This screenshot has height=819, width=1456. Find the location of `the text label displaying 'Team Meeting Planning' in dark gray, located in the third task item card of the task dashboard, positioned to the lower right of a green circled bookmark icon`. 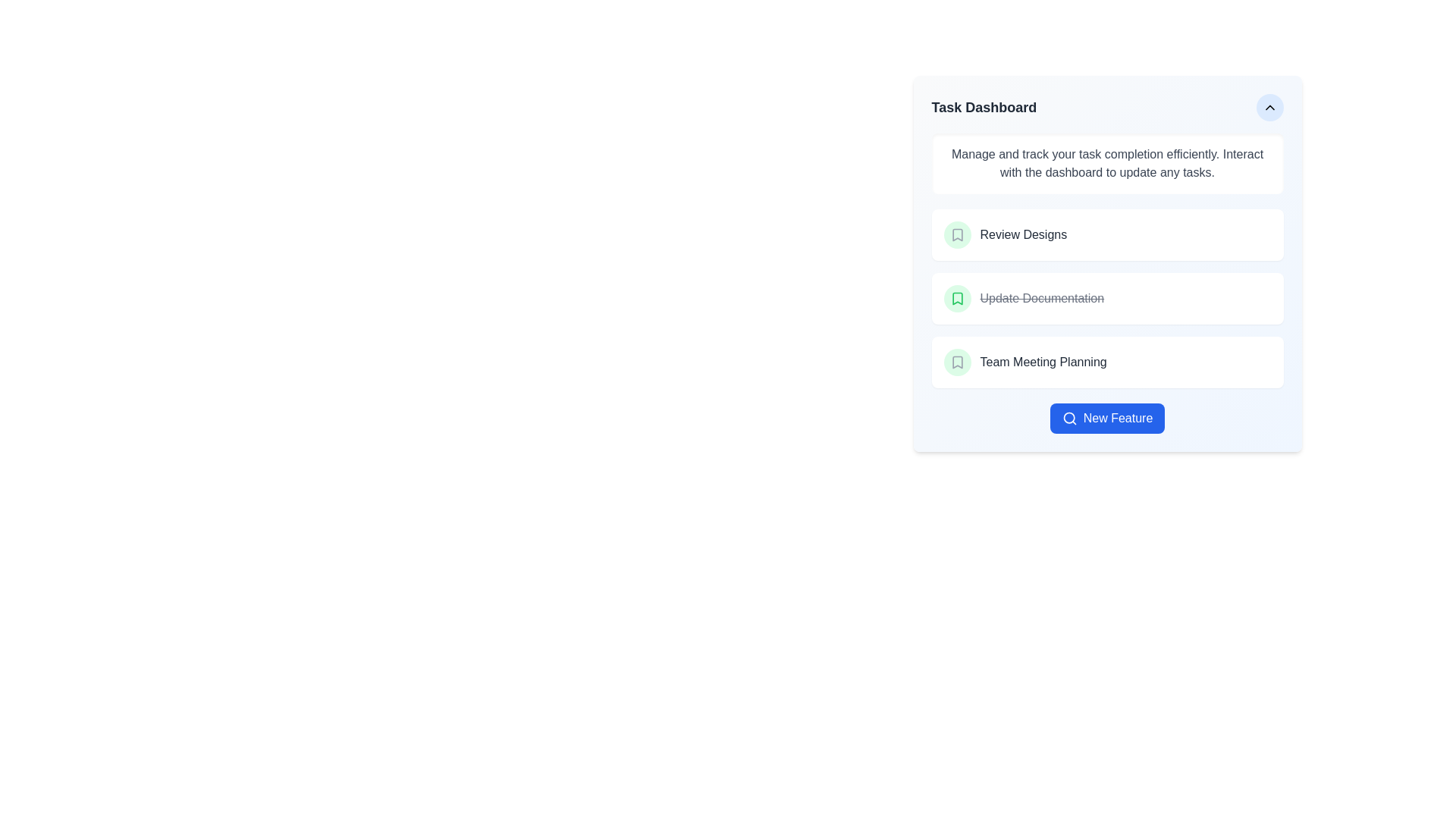

the text label displaying 'Team Meeting Planning' in dark gray, located in the third task item card of the task dashboard, positioned to the lower right of a green circled bookmark icon is located at coordinates (1043, 362).